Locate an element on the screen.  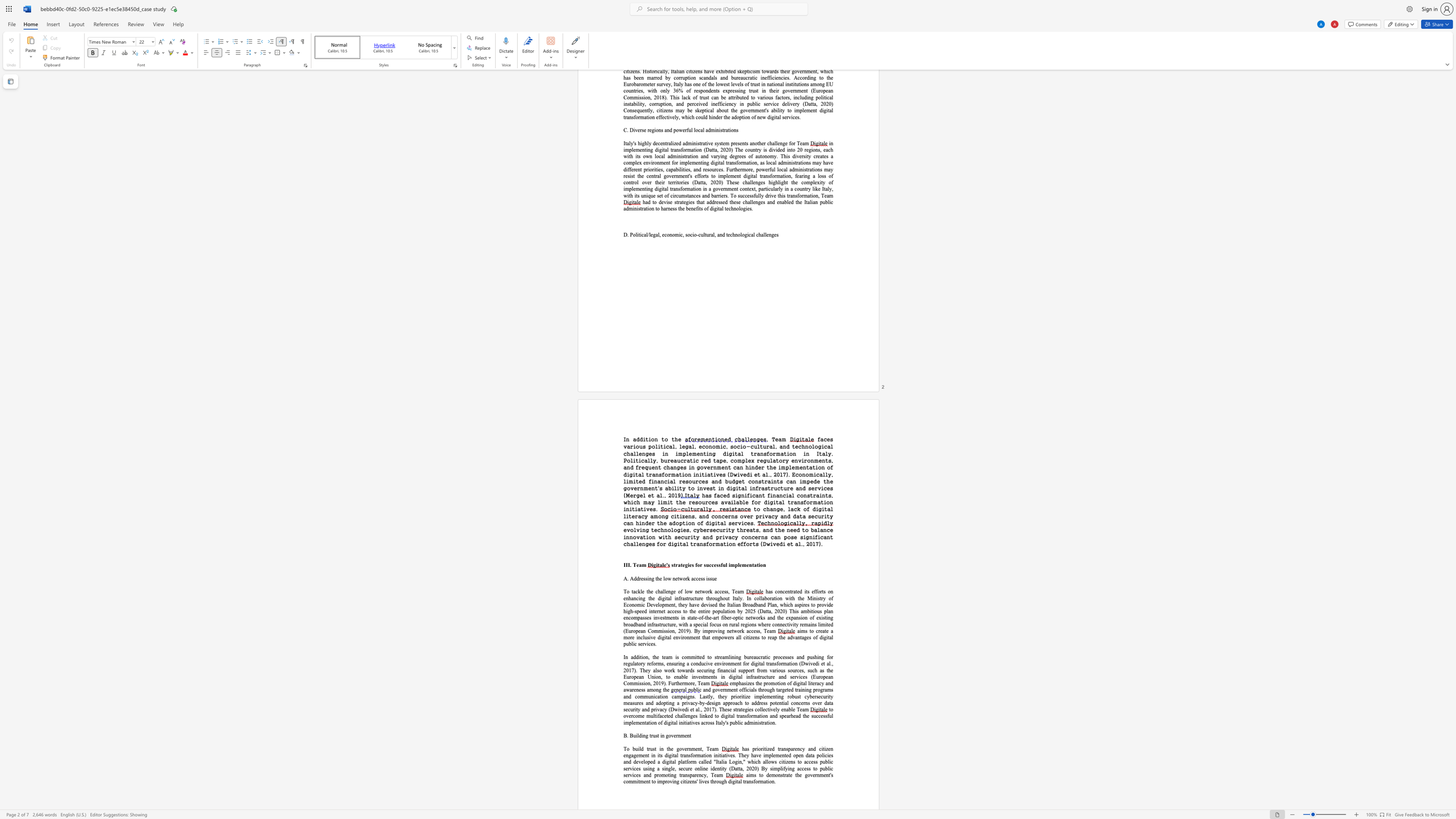
the subset text "concerns can p" within the text "evolving technologies, cybersecurity threats, and the need to balance innovation with security and privacy concerns can pose significant" is located at coordinates (741, 536).